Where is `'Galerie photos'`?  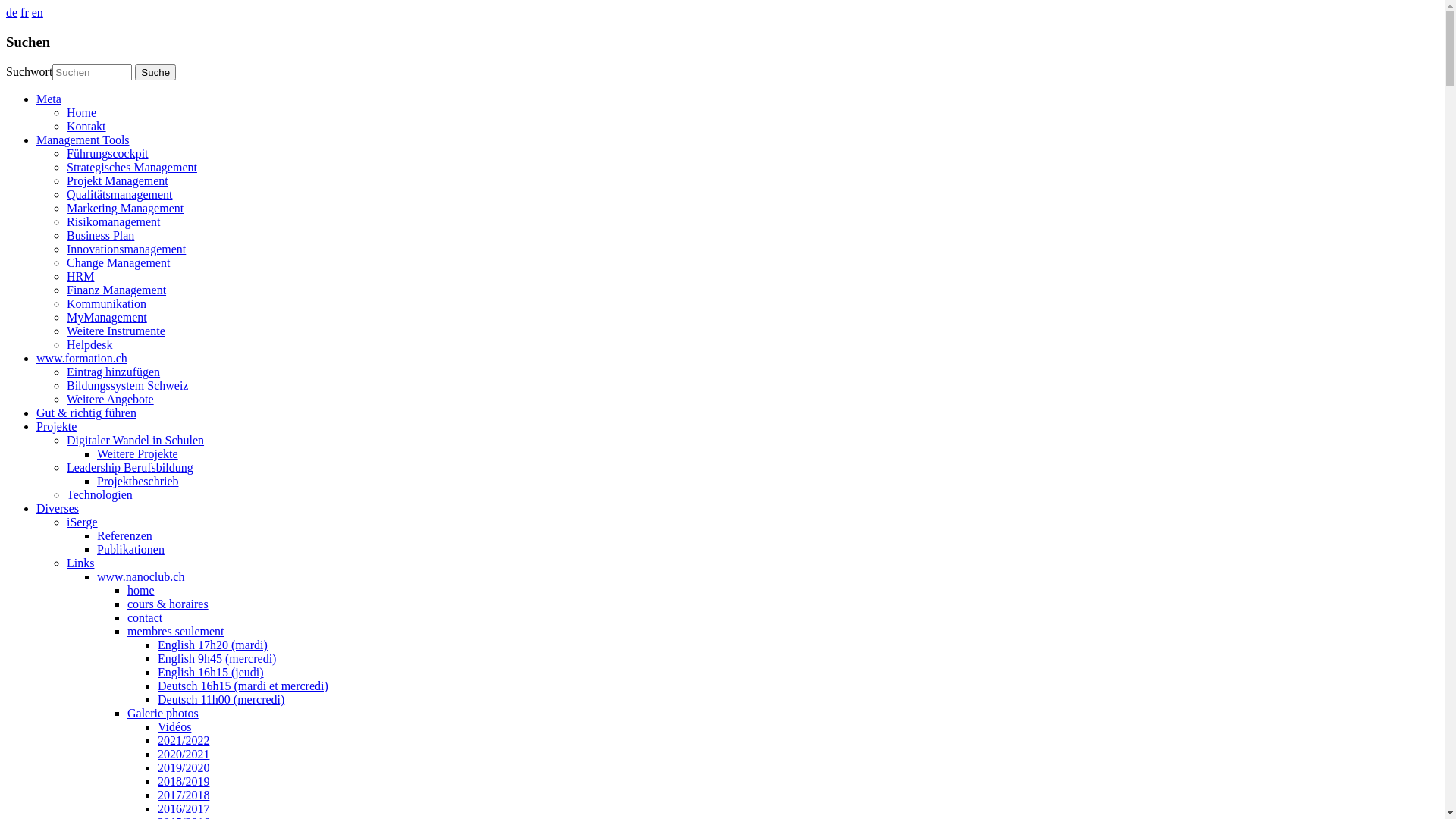
'Galerie photos' is located at coordinates (163, 713).